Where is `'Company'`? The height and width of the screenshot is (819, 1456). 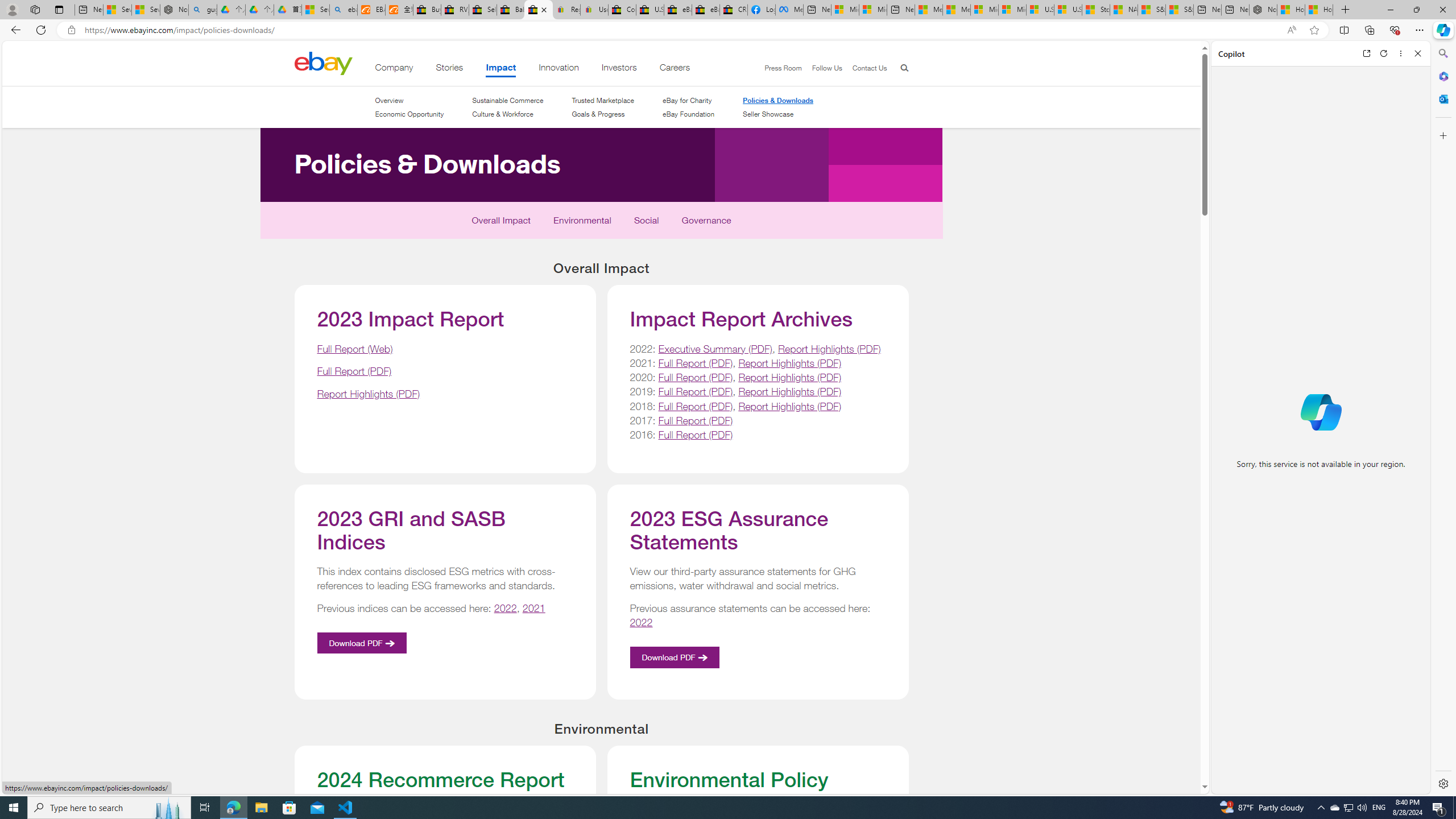
'Company' is located at coordinates (394, 69).